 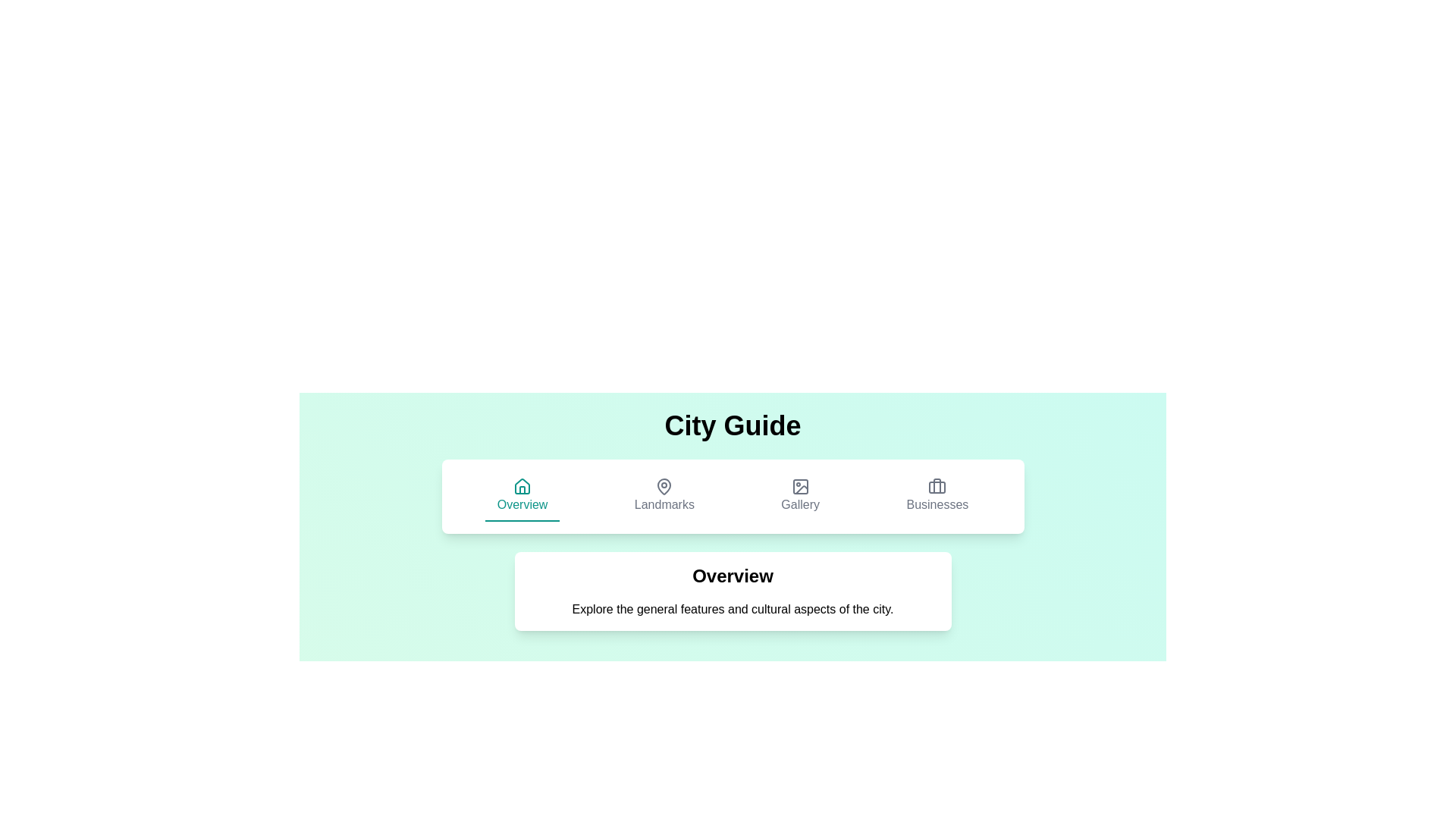 What do you see at coordinates (799, 497) in the screenshot?
I see `the 'Gallery' button in the navigation bar` at bounding box center [799, 497].